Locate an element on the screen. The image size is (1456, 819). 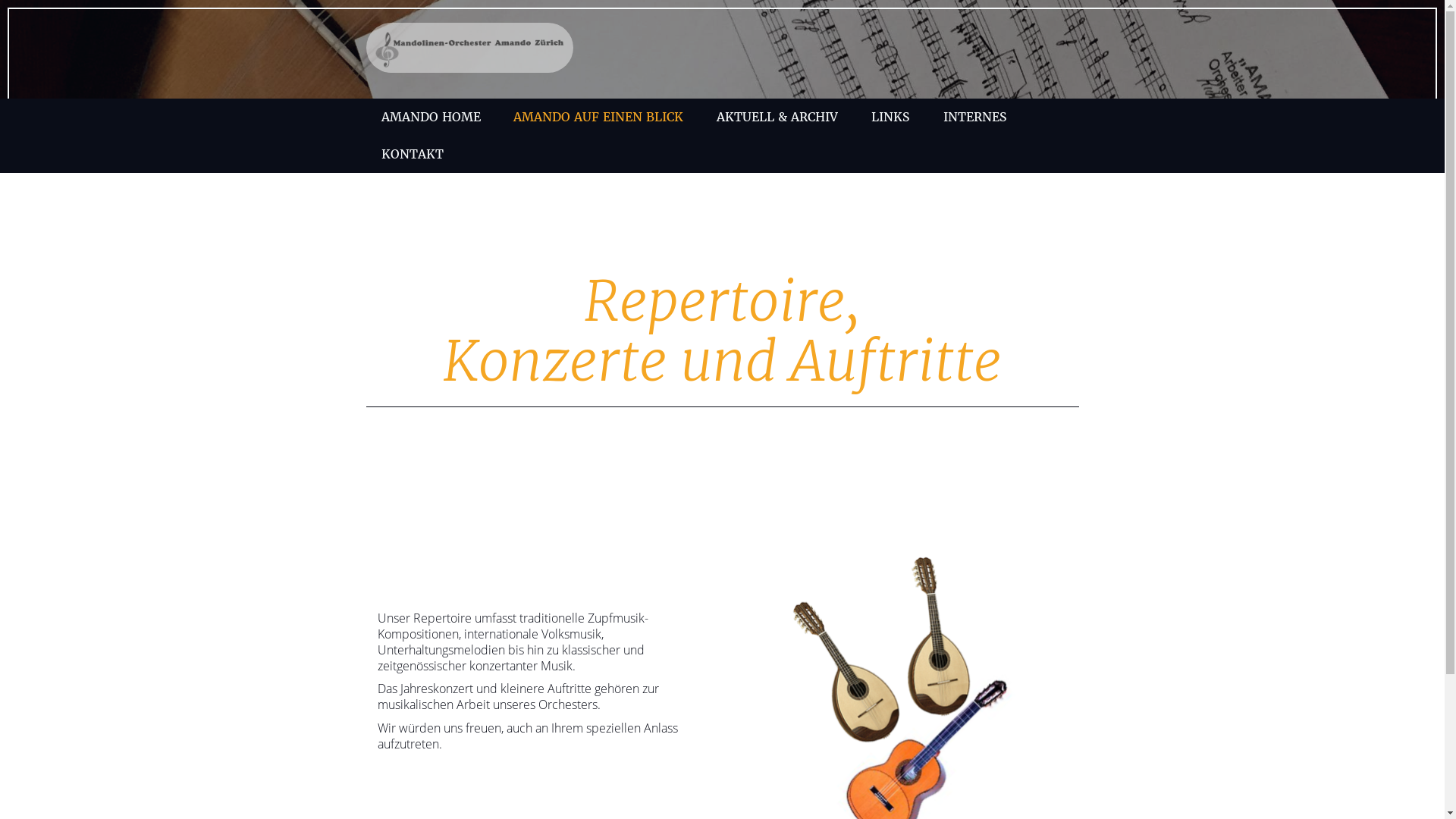
'INTERNES' is located at coordinates (975, 116).